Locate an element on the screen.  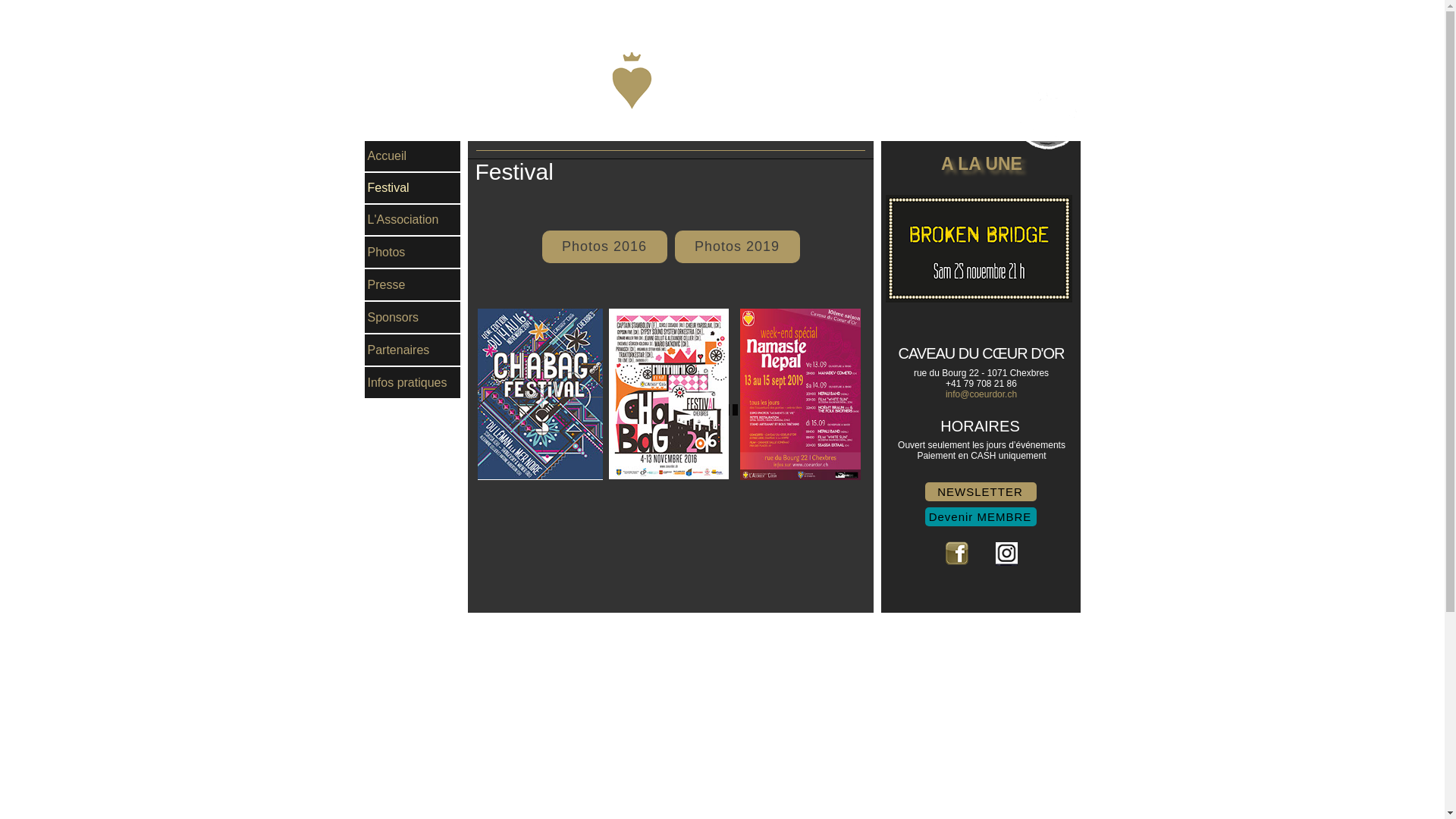
'Infos pratiques' is located at coordinates (411, 381).